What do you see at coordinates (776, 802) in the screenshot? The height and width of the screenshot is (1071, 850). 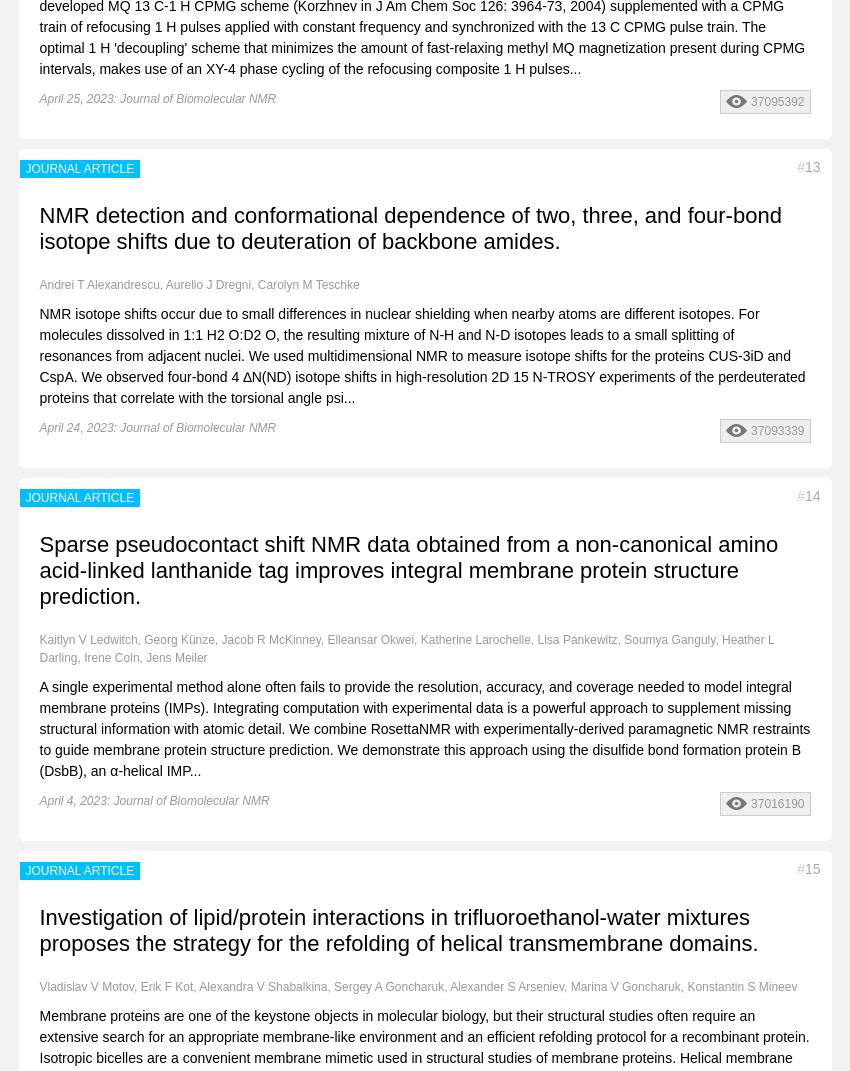 I see `'37016190'` at bounding box center [776, 802].